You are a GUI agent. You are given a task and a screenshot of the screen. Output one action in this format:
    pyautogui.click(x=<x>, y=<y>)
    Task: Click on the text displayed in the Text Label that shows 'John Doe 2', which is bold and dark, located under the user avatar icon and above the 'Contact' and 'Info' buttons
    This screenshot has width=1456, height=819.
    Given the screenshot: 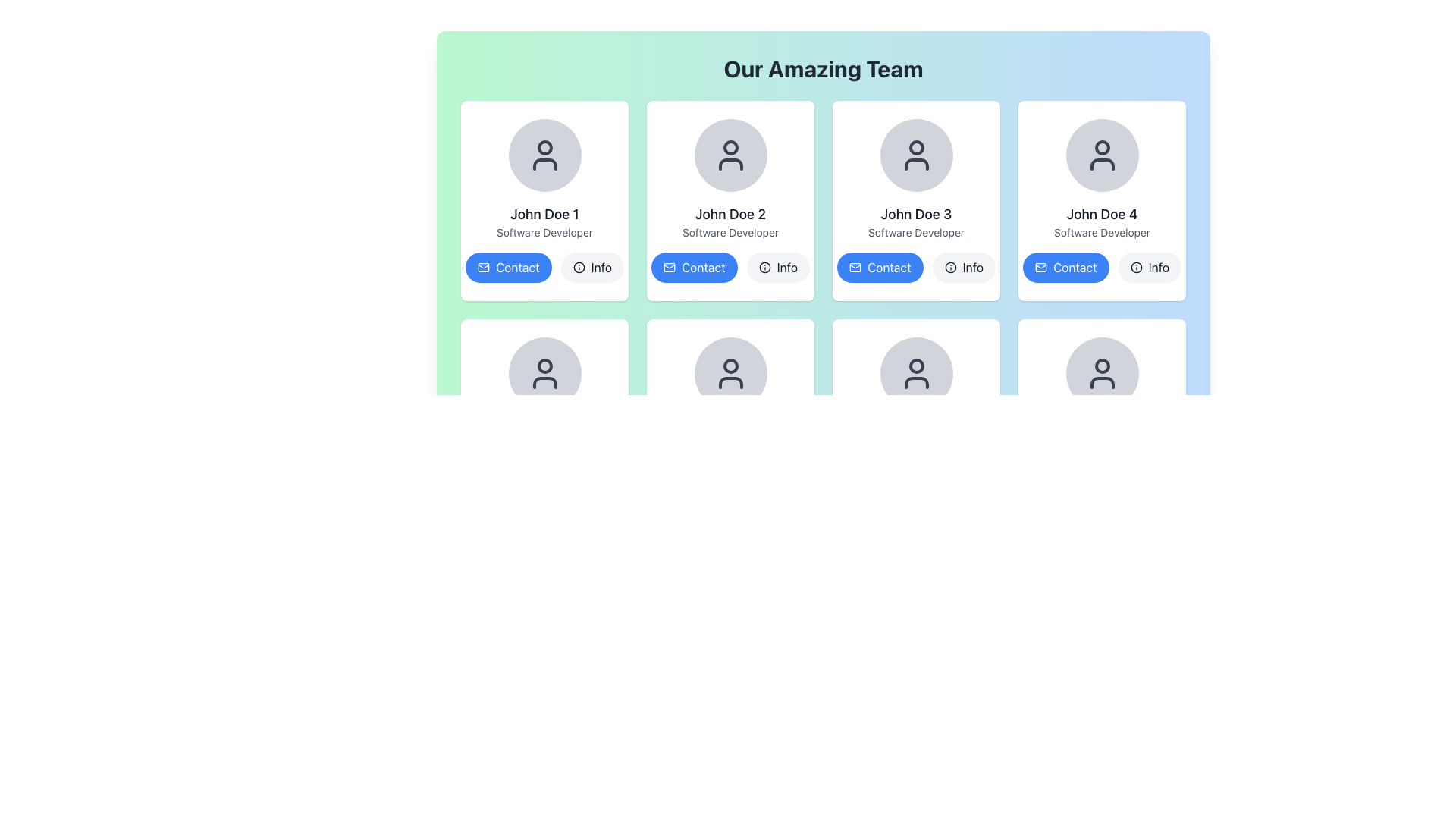 What is the action you would take?
    pyautogui.click(x=730, y=214)
    